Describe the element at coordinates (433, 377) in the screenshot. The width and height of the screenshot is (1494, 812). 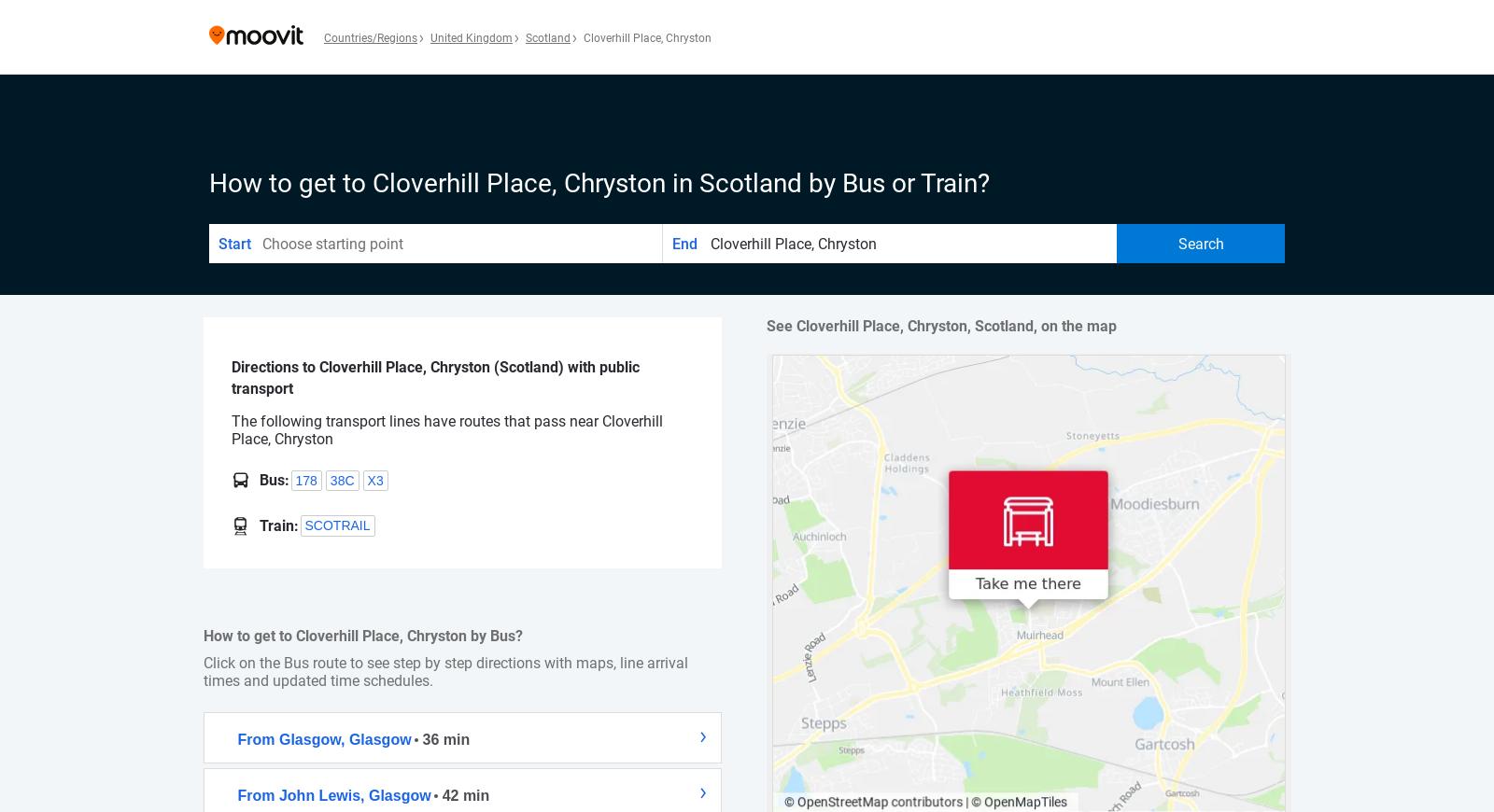
I see `'Directions to Cloverhill Place, Chryston (Scotland) with public transport'` at that location.